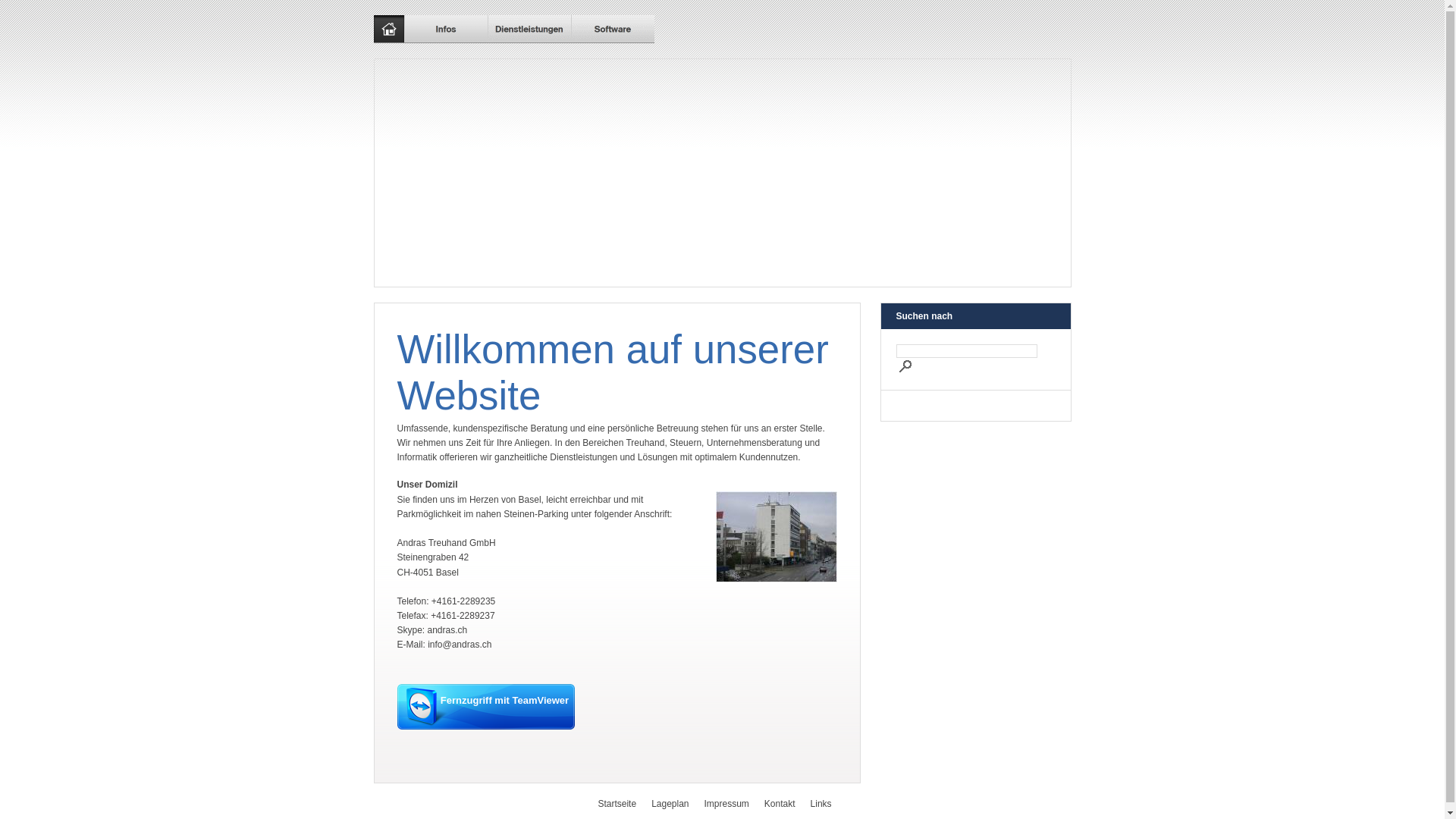 The image size is (1456, 819). What do you see at coordinates (486, 707) in the screenshot?
I see `'Remote Support mit TeamViewer'` at bounding box center [486, 707].